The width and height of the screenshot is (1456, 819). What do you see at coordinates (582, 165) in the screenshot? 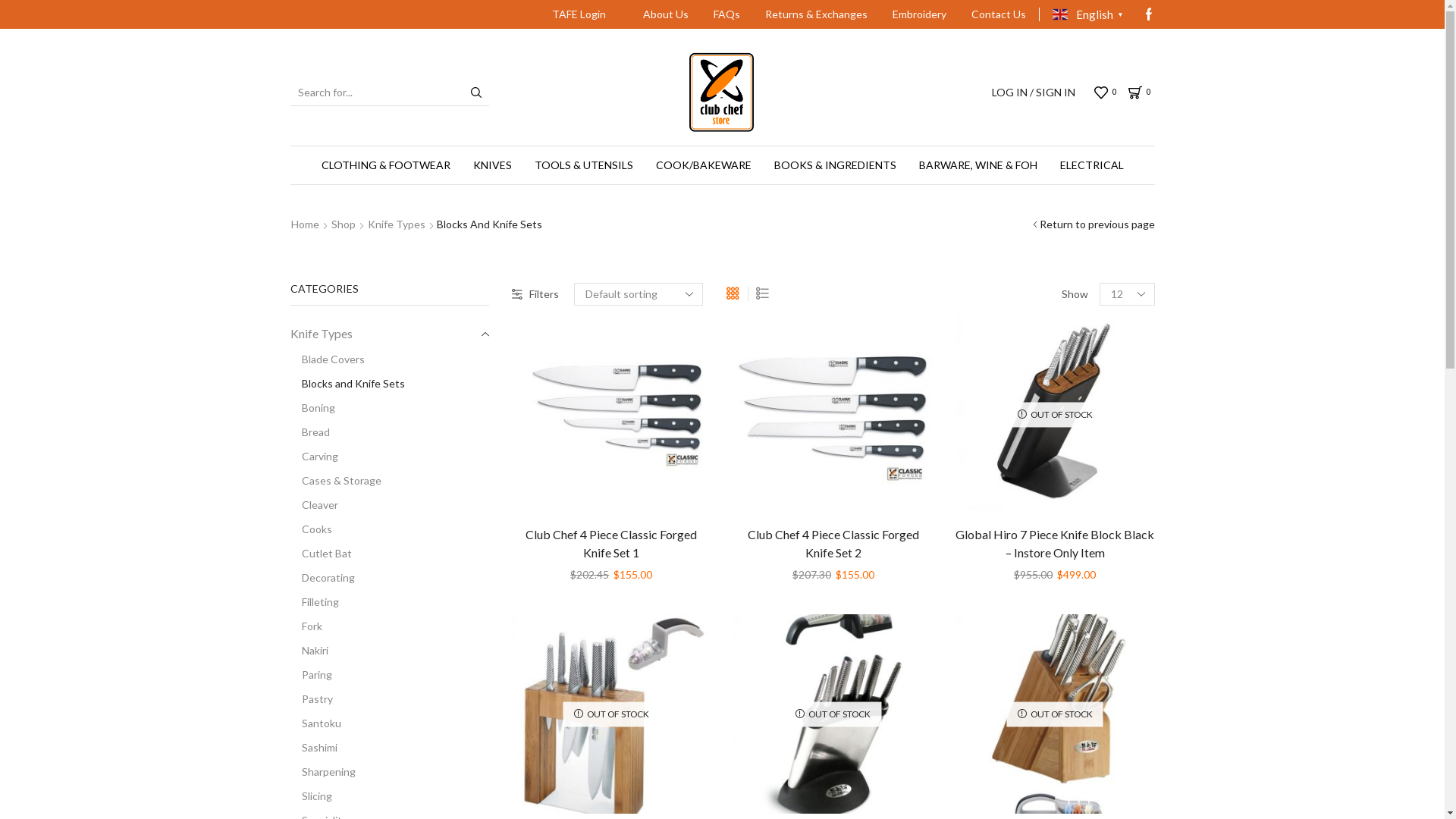
I see `'TOOLS & UTENSILS'` at bounding box center [582, 165].